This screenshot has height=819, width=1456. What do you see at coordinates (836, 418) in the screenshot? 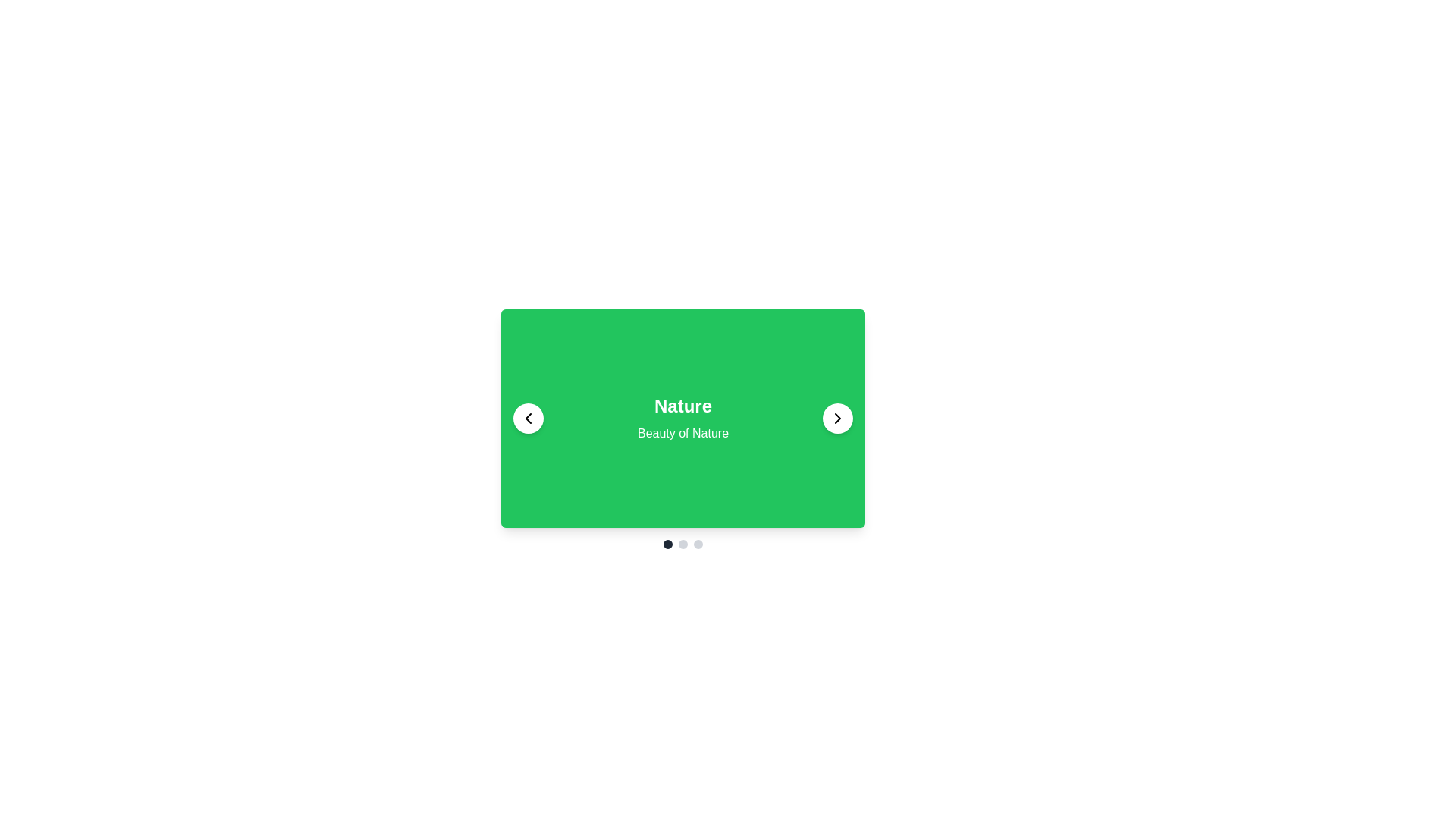
I see `the rightward arrow icon within the circular button on the far right side of the green card` at bounding box center [836, 418].